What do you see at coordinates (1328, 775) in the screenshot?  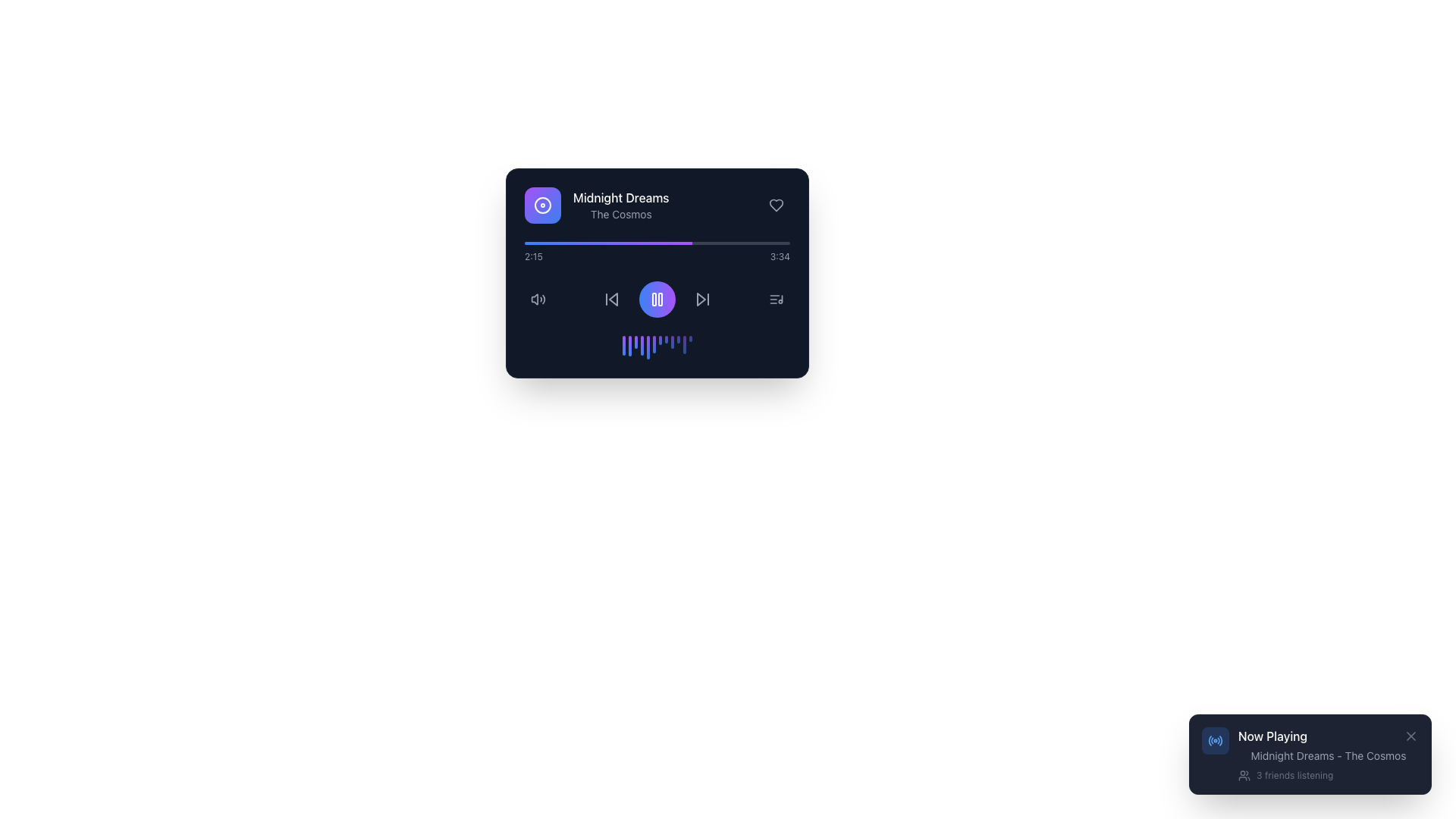 I see `the informational label displaying '3 friends listening', which is accompanied by an icon of a group of people, located at the bottom of the notification panel` at bounding box center [1328, 775].